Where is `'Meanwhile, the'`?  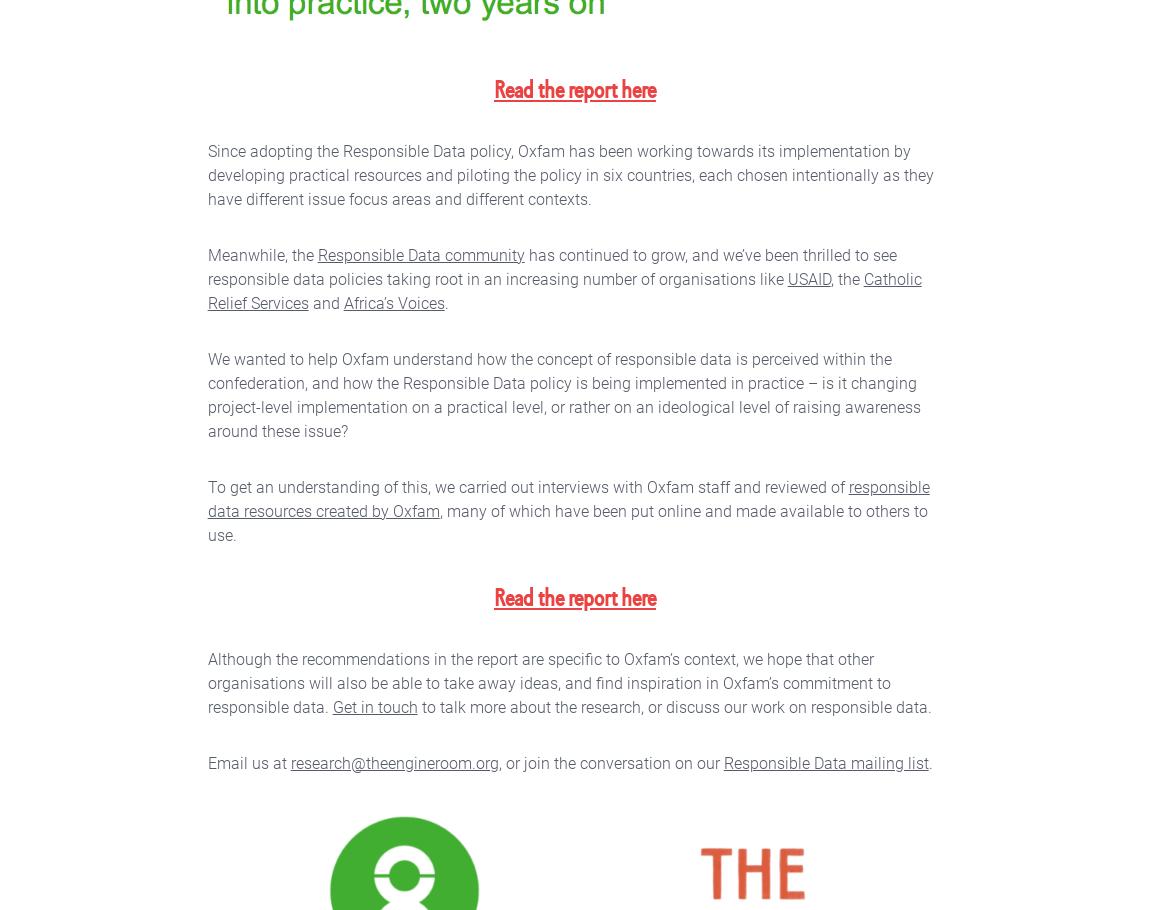 'Meanwhile, the' is located at coordinates (206, 254).